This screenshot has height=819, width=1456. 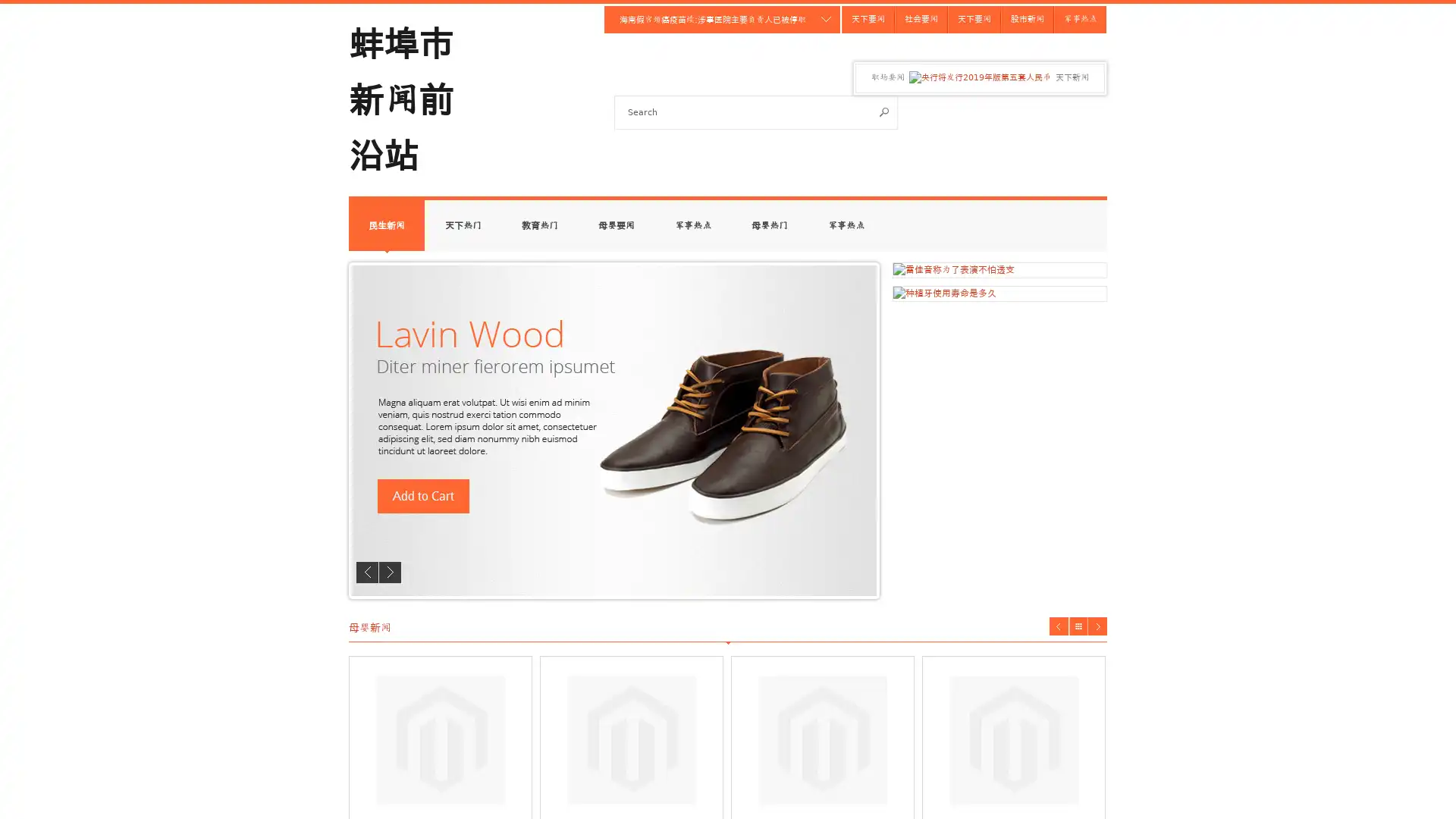 What do you see at coordinates (884, 111) in the screenshot?
I see `Search` at bounding box center [884, 111].